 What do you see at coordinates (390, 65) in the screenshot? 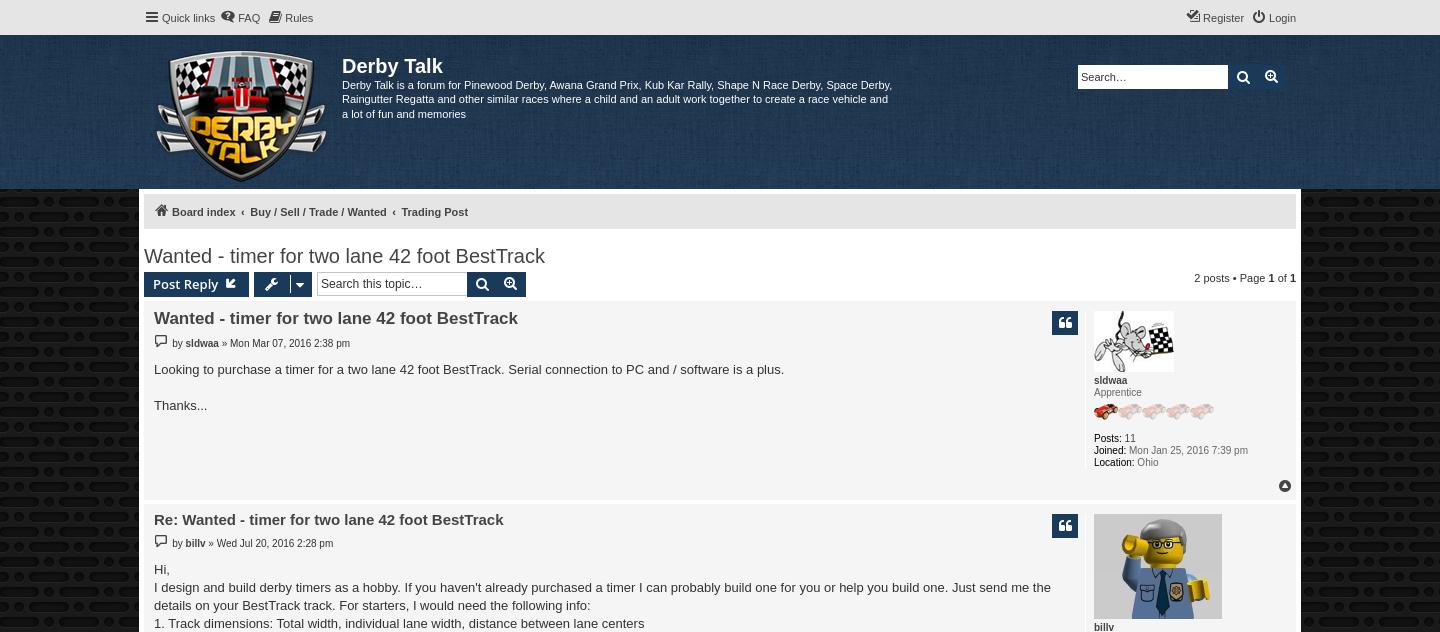
I see `'Derby Talk'` at bounding box center [390, 65].